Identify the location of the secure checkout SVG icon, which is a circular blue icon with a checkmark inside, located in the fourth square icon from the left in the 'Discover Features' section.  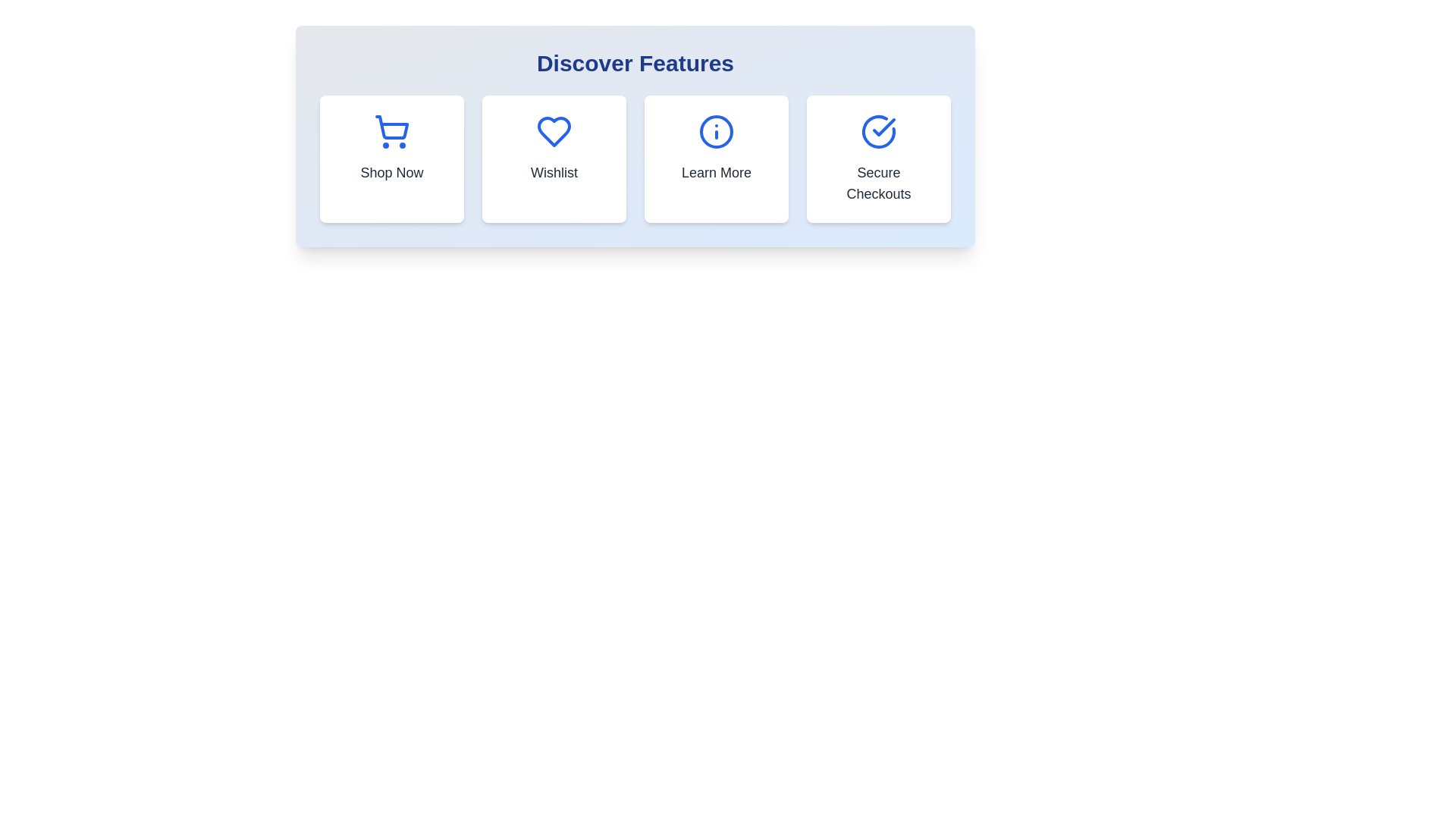
(878, 130).